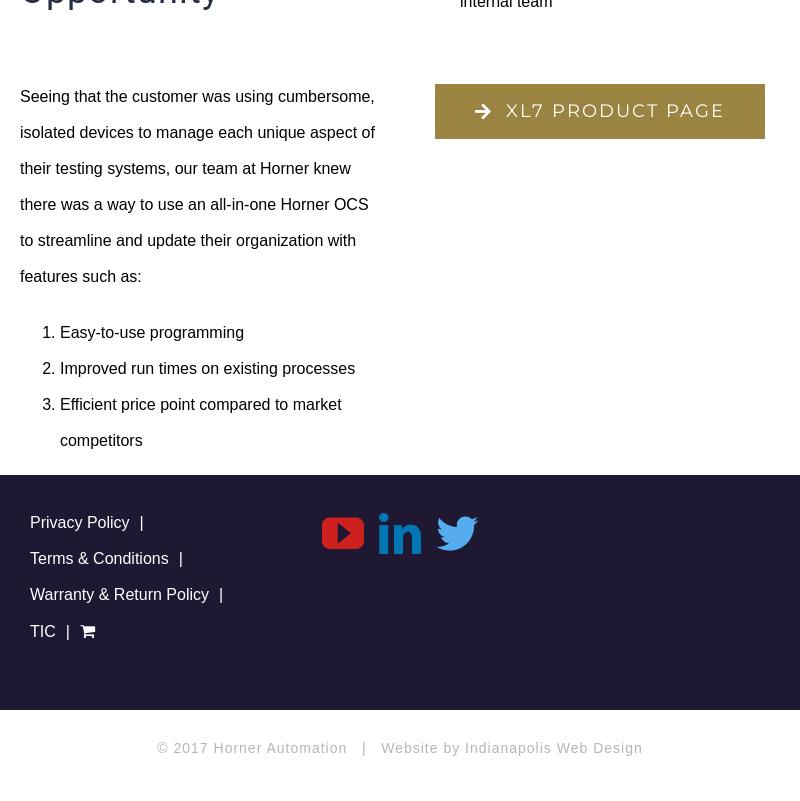  I want to click on 'Indianapolis Web Design', so click(553, 747).